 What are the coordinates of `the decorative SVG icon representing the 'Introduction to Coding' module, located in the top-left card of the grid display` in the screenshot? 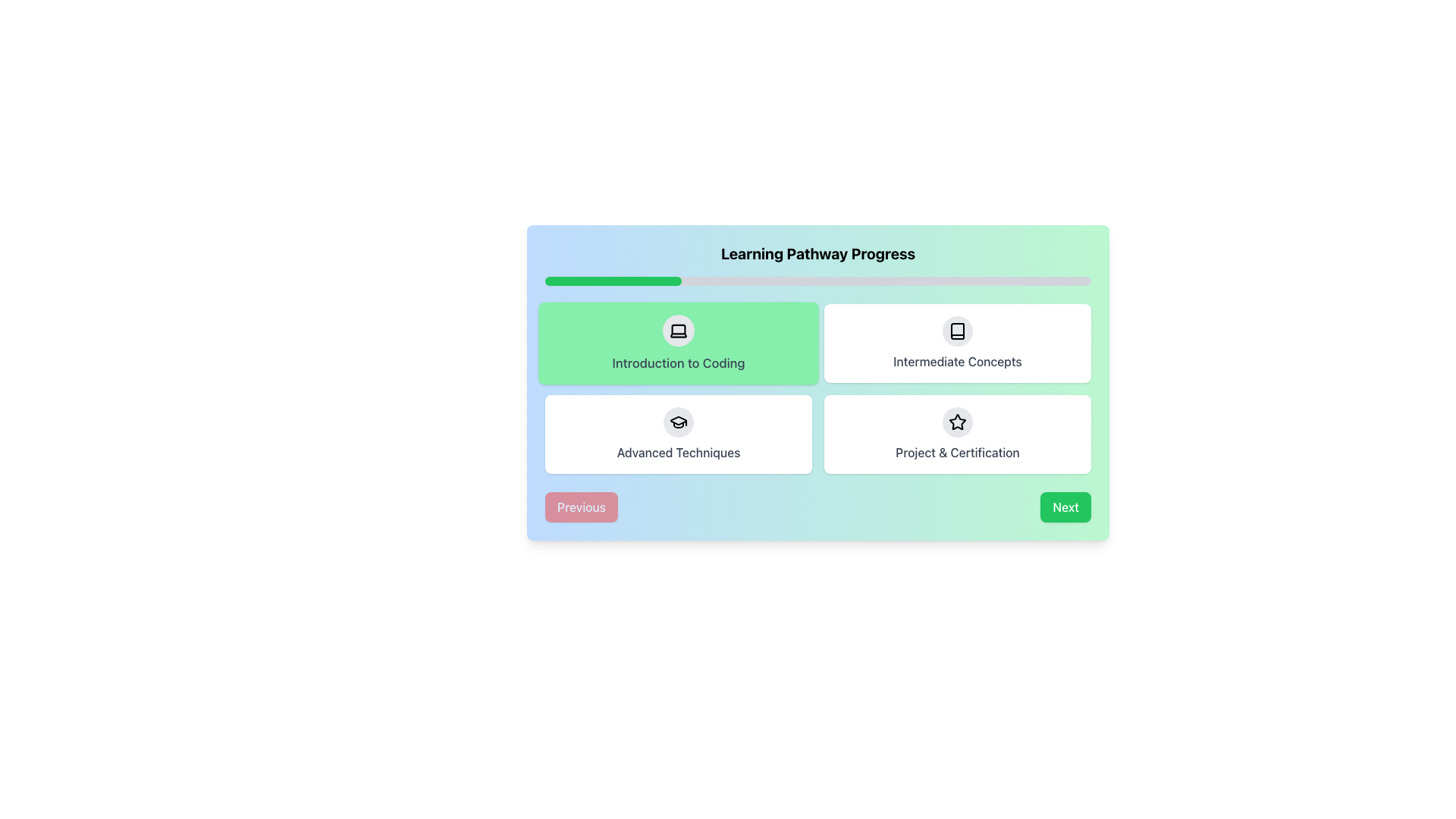 It's located at (677, 329).